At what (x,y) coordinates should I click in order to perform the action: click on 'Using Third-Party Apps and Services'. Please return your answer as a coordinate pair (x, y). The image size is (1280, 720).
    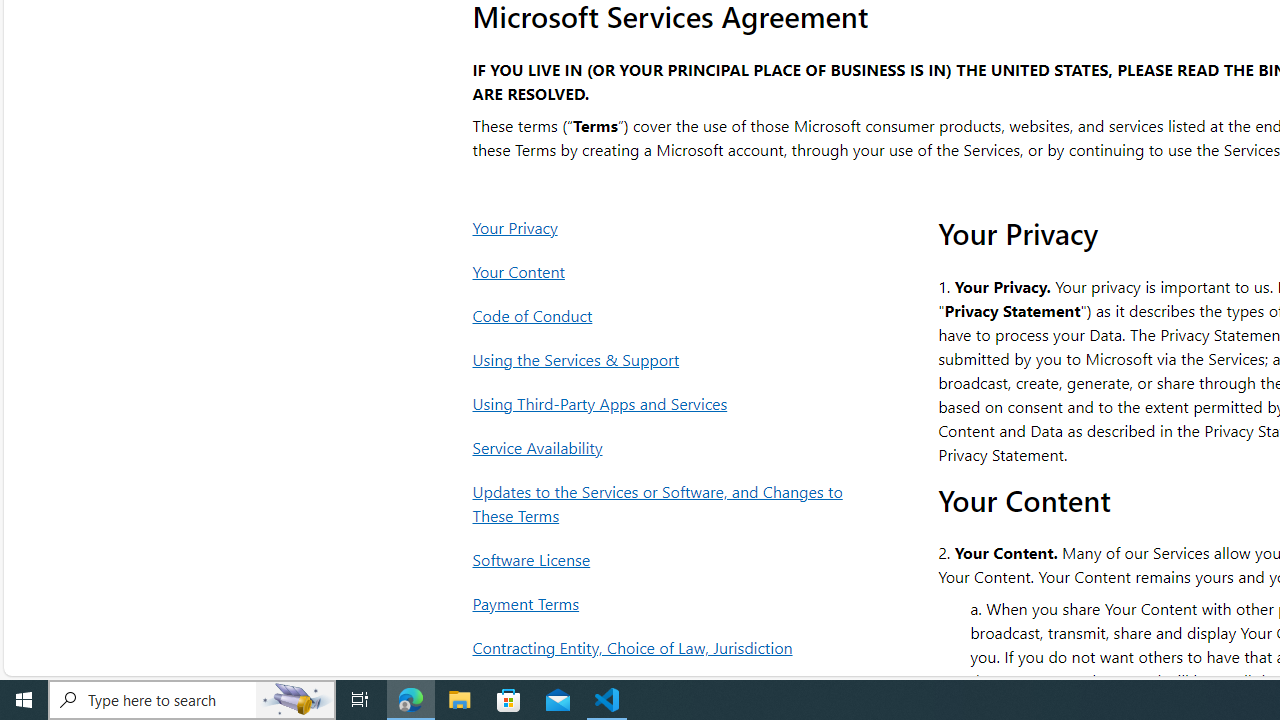
    Looking at the image, I should click on (663, 403).